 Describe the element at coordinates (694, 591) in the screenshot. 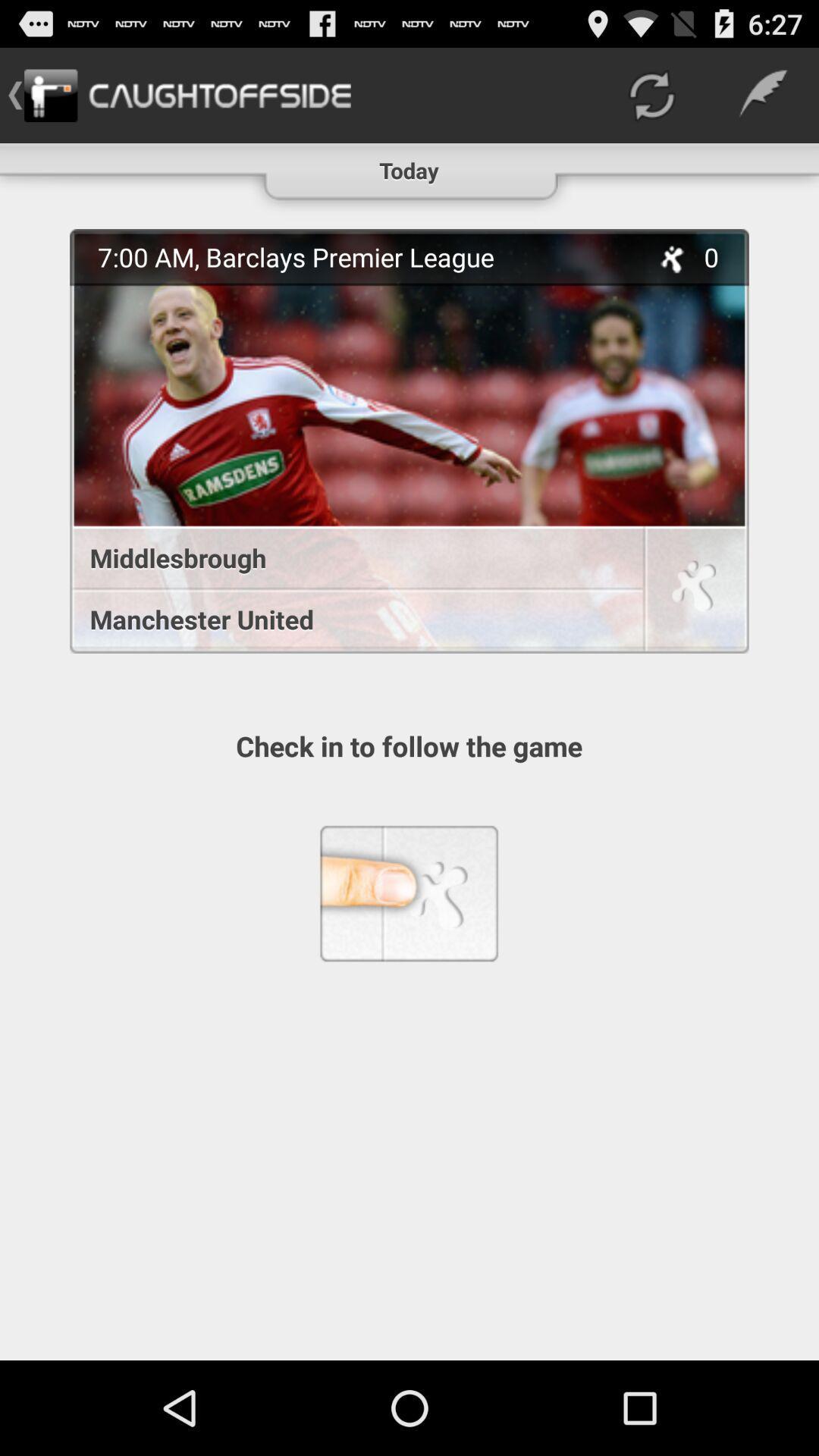

I see `follow the game` at that location.